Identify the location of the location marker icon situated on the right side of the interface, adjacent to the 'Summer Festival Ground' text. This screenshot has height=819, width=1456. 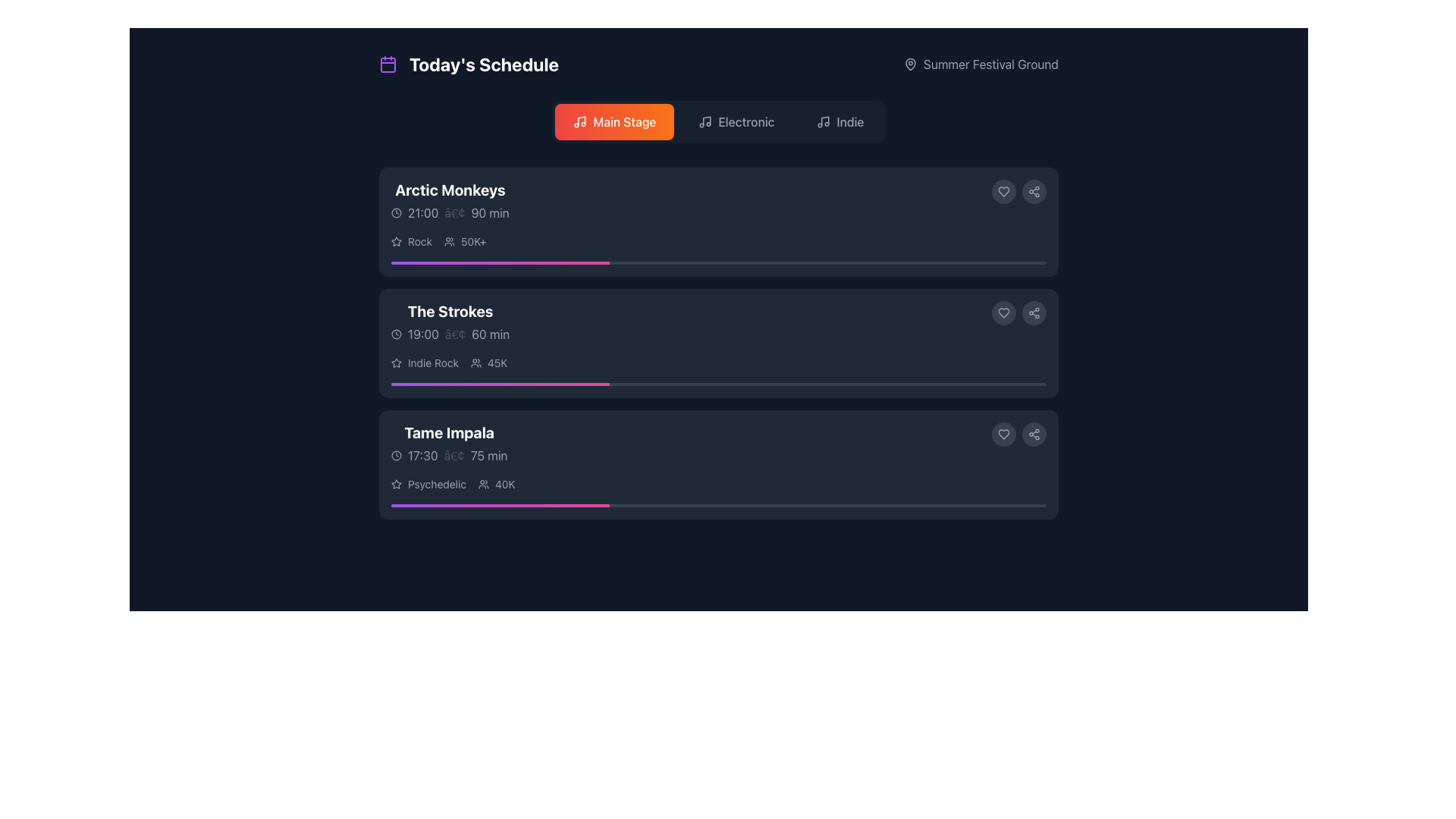
(910, 63).